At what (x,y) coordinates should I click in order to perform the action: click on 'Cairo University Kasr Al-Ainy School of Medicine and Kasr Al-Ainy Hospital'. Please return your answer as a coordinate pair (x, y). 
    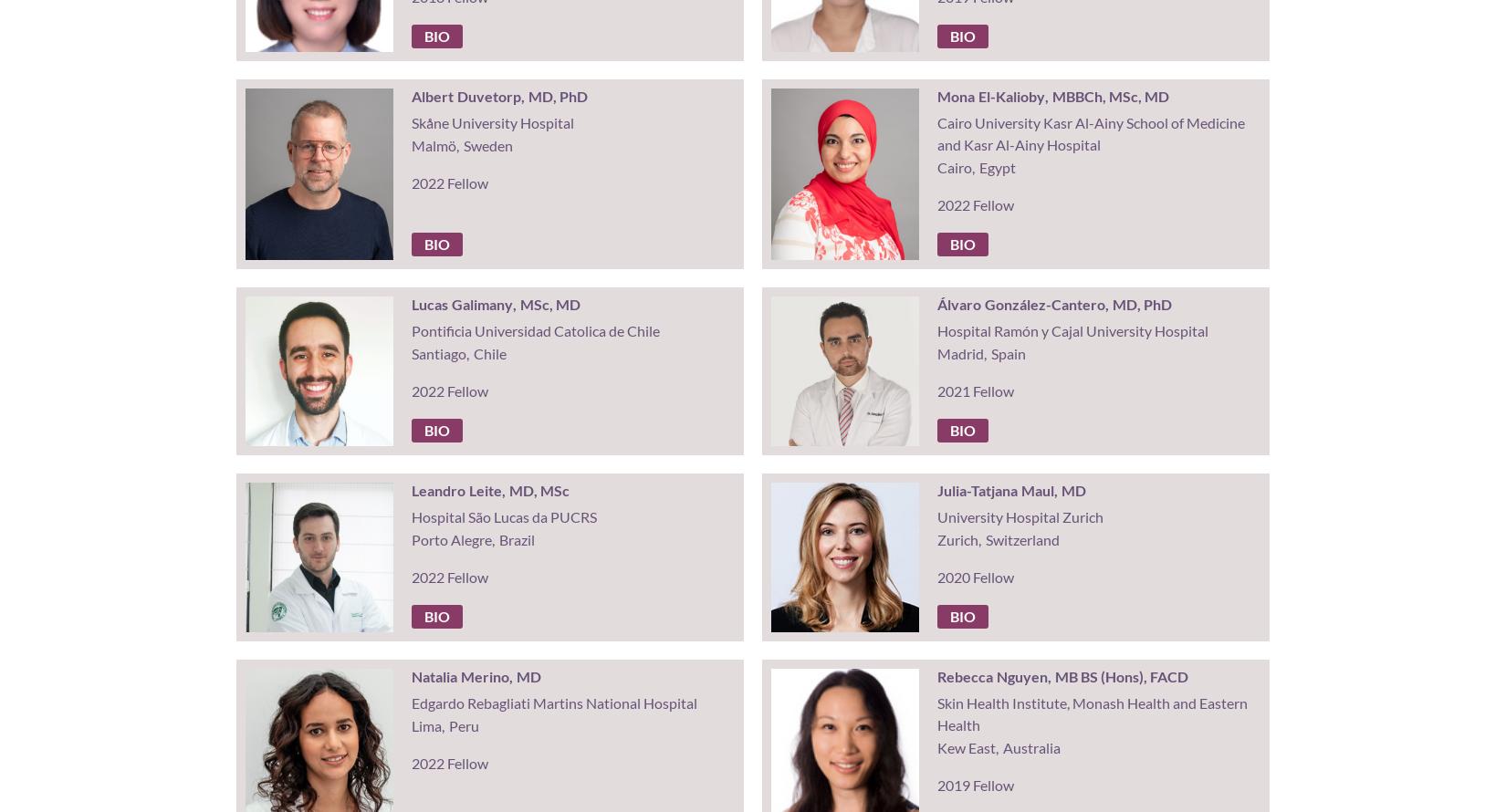
    Looking at the image, I should click on (1090, 132).